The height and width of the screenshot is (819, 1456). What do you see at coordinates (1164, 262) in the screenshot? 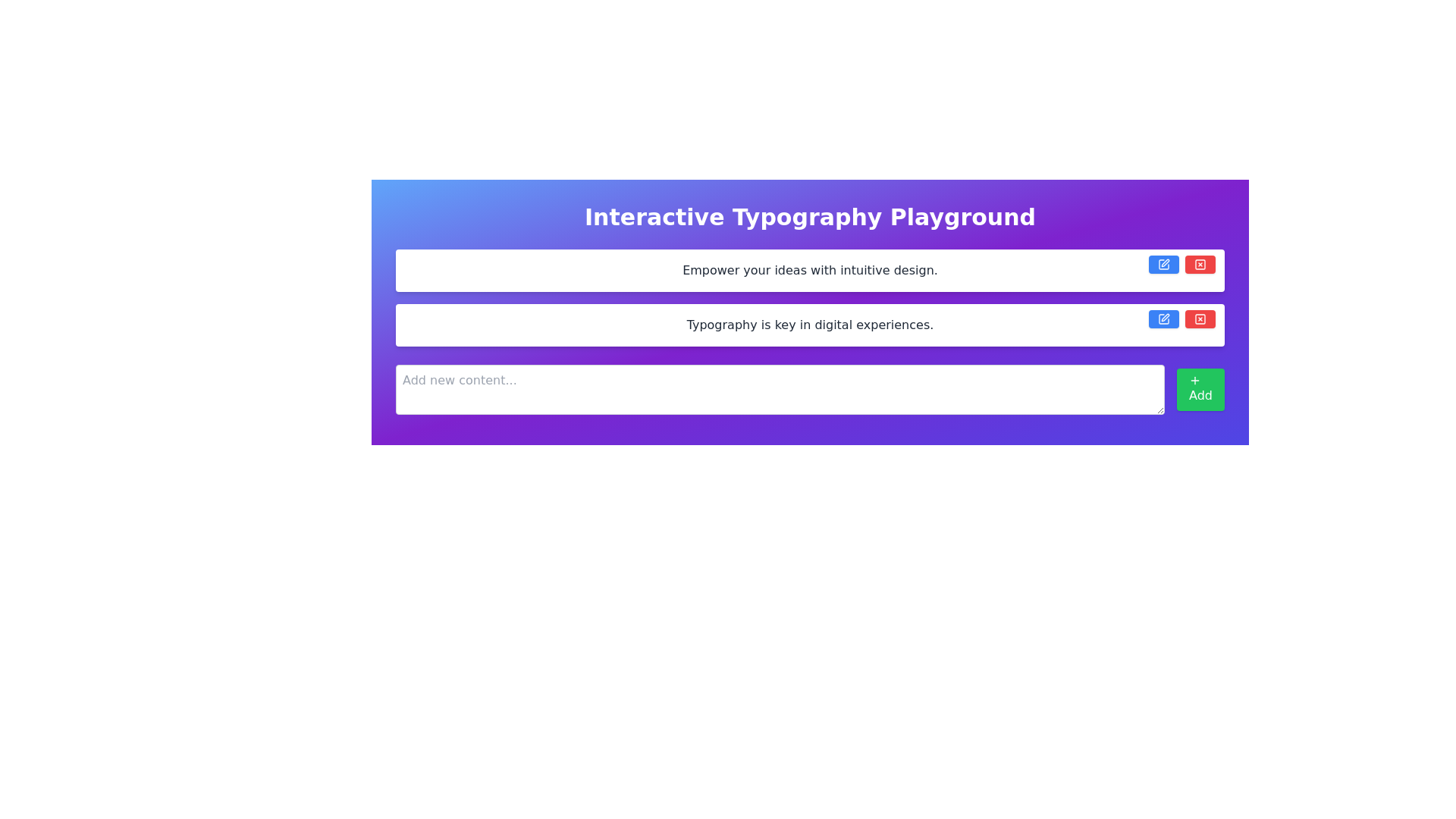
I see `the SVG-based edit icon located to the right of the first input field labeled 'Empower your ideas with intuitive design'` at bounding box center [1164, 262].